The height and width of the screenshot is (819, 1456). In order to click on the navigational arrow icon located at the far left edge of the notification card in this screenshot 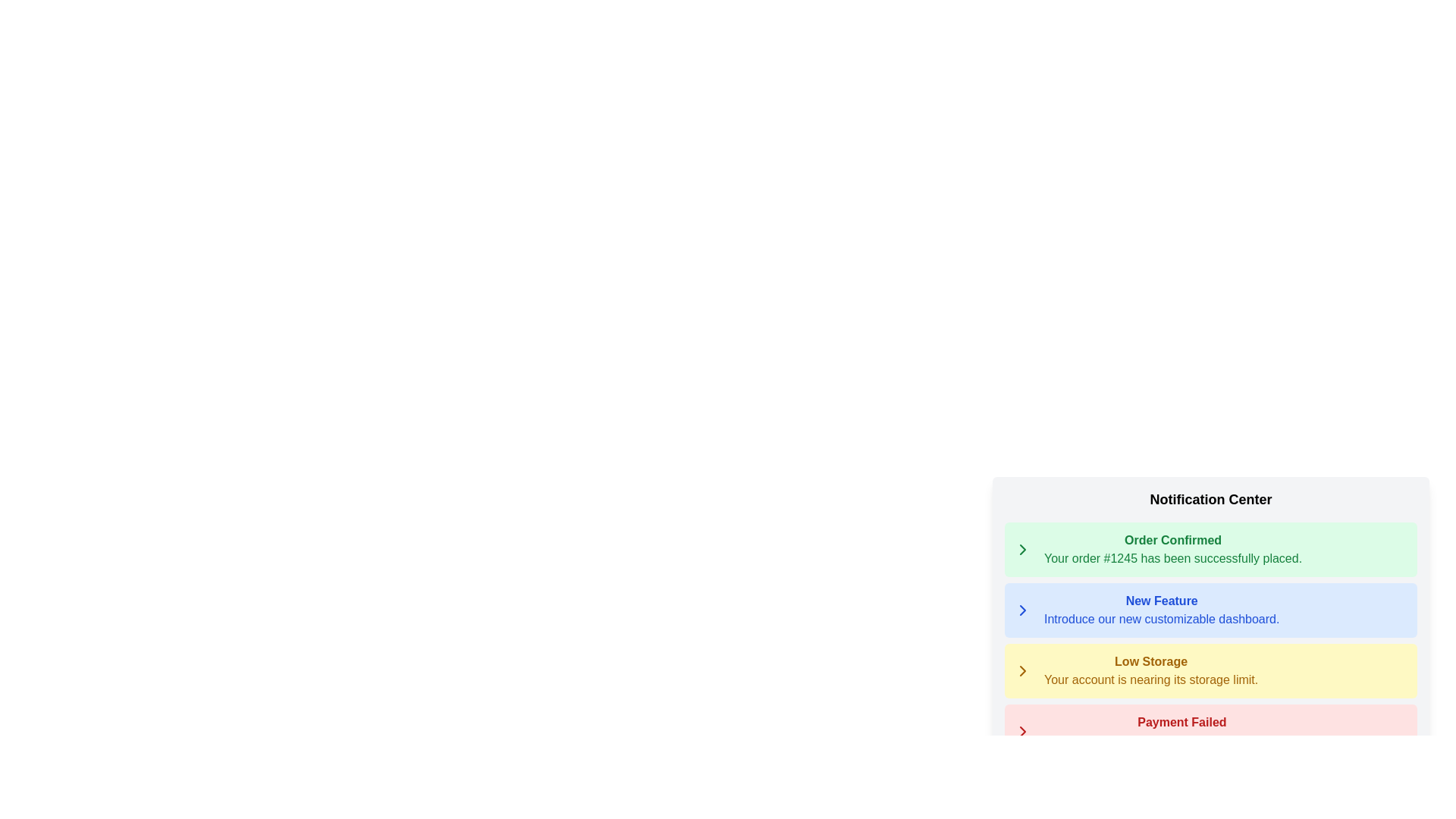, I will do `click(1022, 550)`.